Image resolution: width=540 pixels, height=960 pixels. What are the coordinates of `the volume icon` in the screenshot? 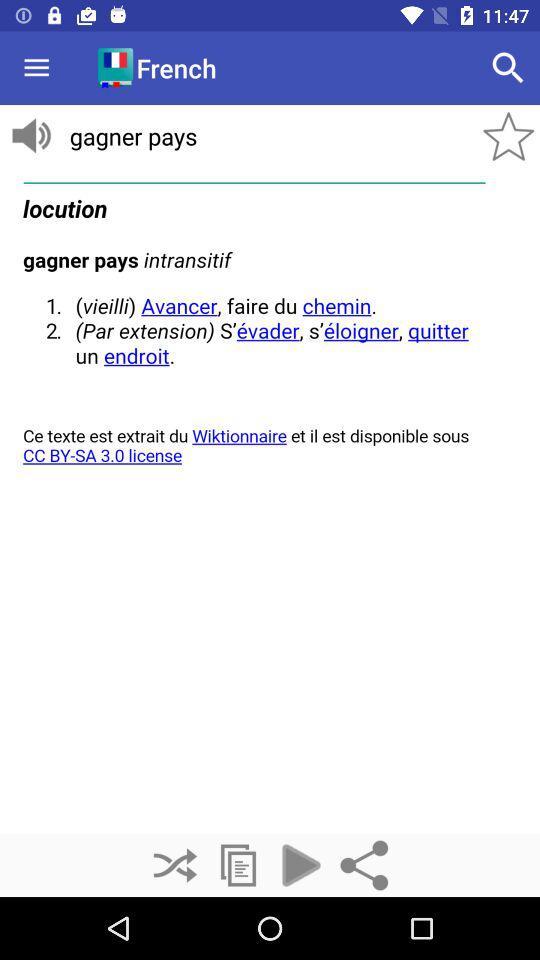 It's located at (30, 135).